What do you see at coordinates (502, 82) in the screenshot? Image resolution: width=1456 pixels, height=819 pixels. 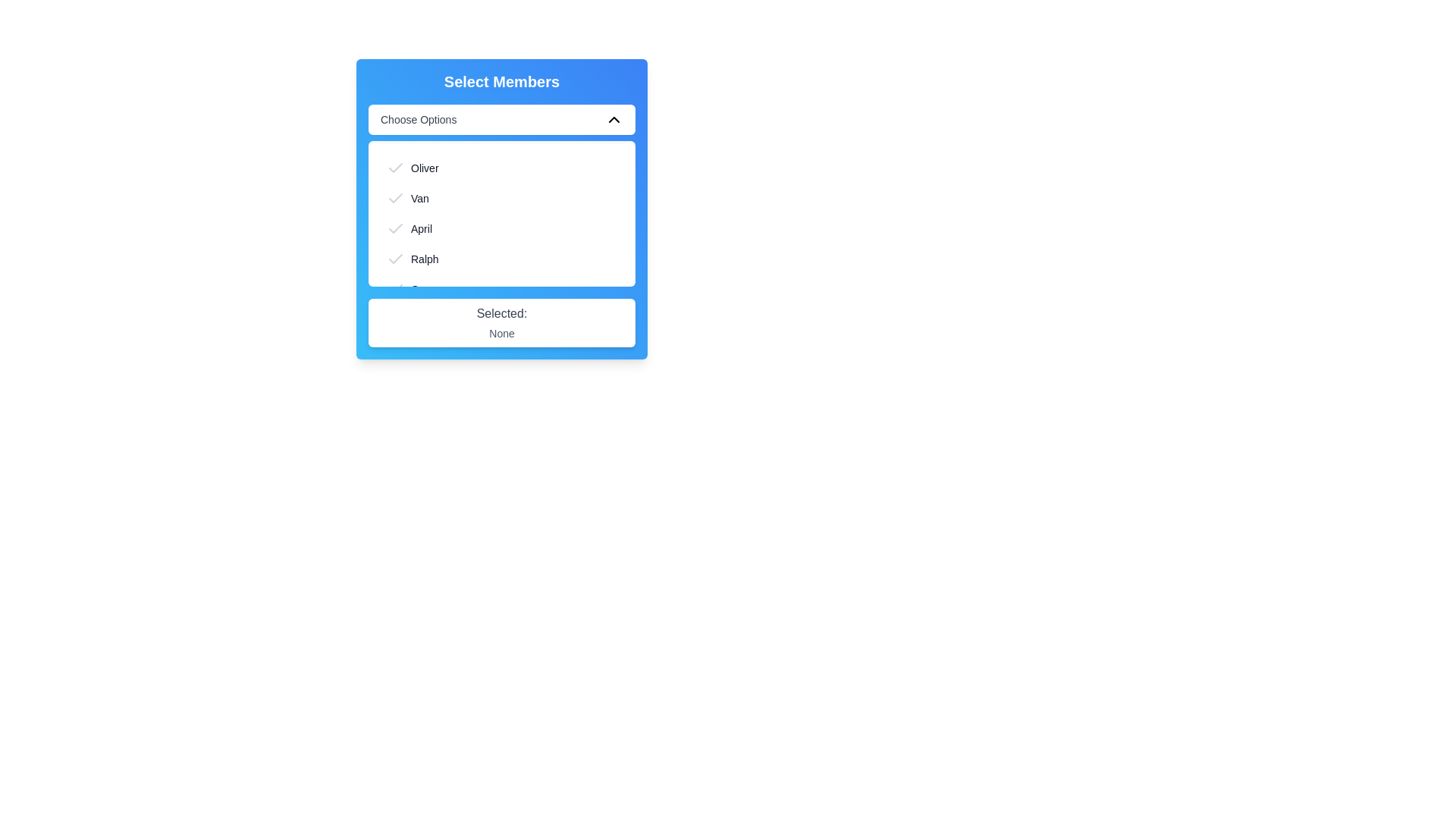 I see `the static text label functioning as a header or title, which indicates the purpose of the member selection interface, positioned at the top-center of the card-like structure above the 'Choose Options' button` at bounding box center [502, 82].